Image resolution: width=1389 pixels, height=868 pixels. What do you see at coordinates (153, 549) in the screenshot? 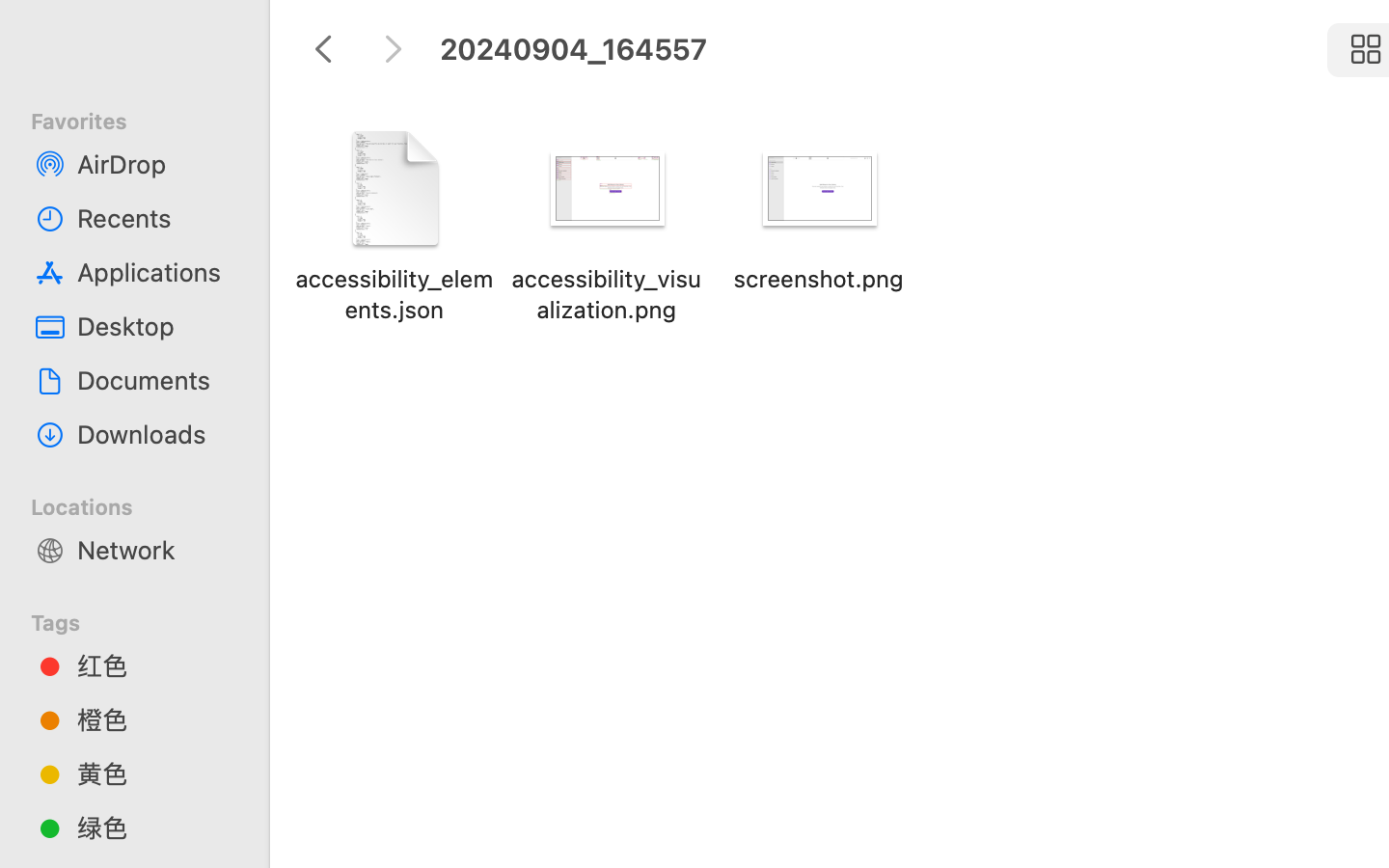
I see `'Network'` at bounding box center [153, 549].